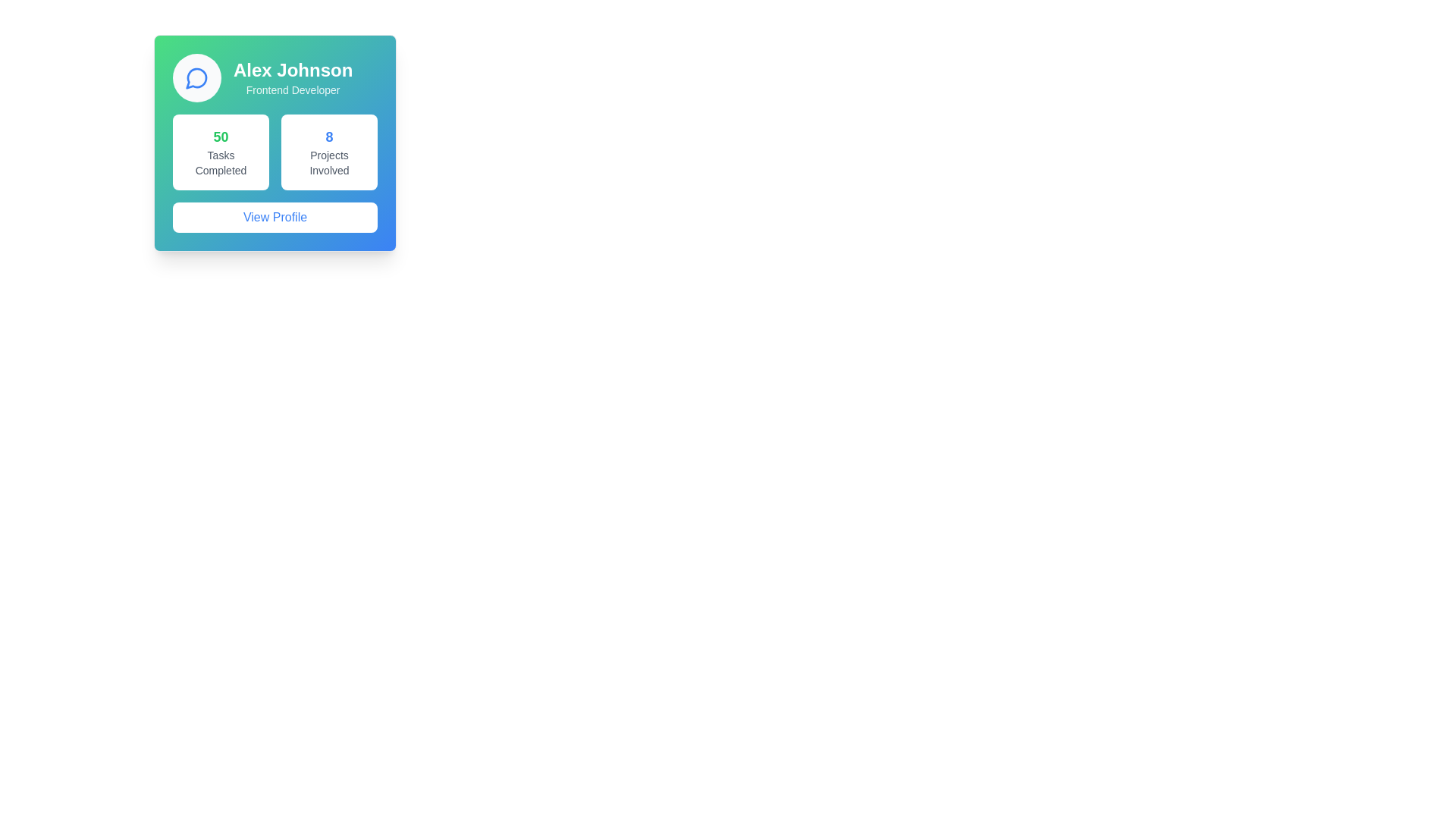 The image size is (1456, 819). Describe the element at coordinates (220, 137) in the screenshot. I see `numerical value displayed on the Label indicating the count of completed tasks, which is centrally positioned in the left section of the summary card` at that location.